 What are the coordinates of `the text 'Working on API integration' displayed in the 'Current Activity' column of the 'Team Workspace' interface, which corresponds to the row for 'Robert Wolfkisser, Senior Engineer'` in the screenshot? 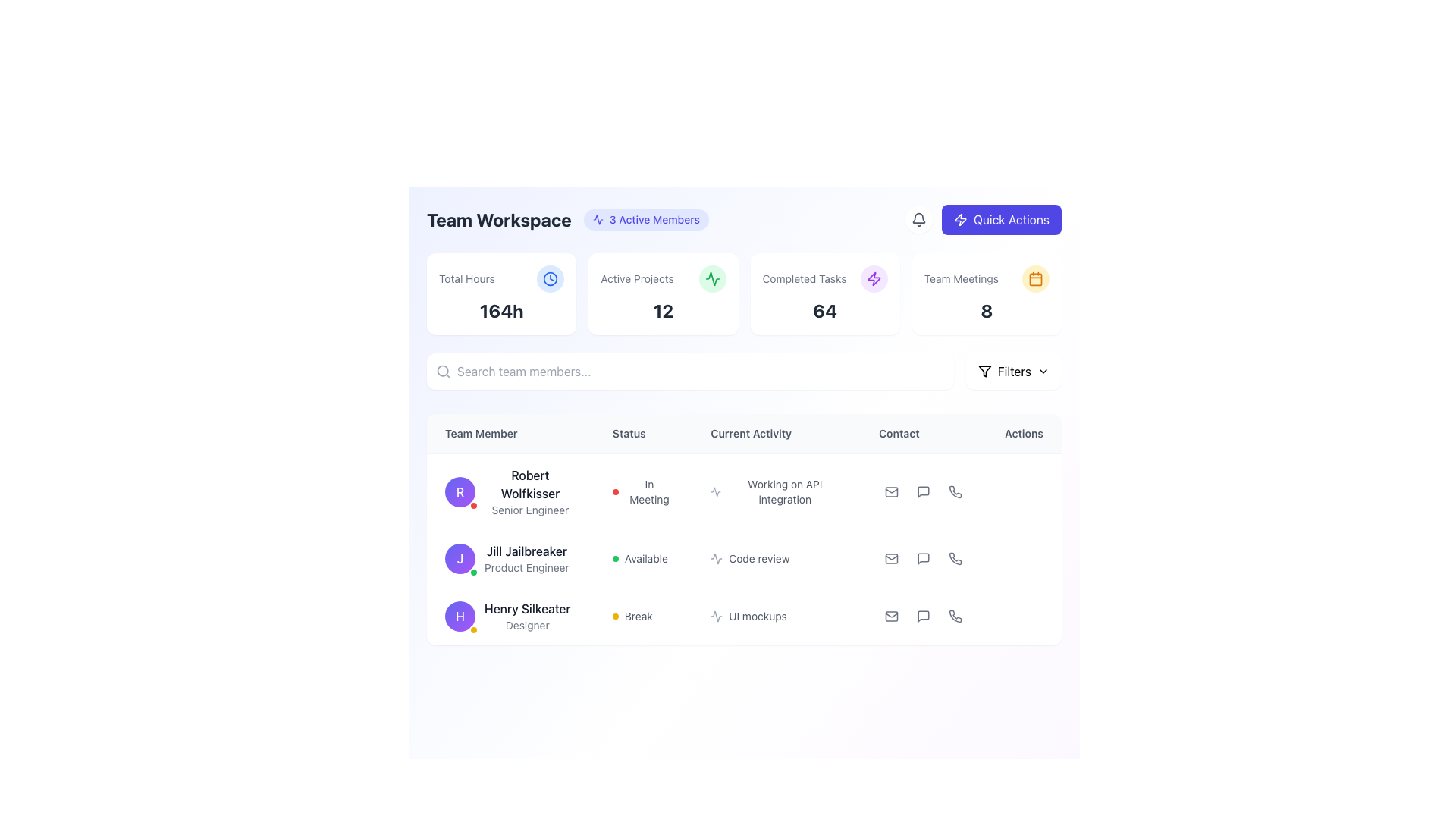 It's located at (777, 491).